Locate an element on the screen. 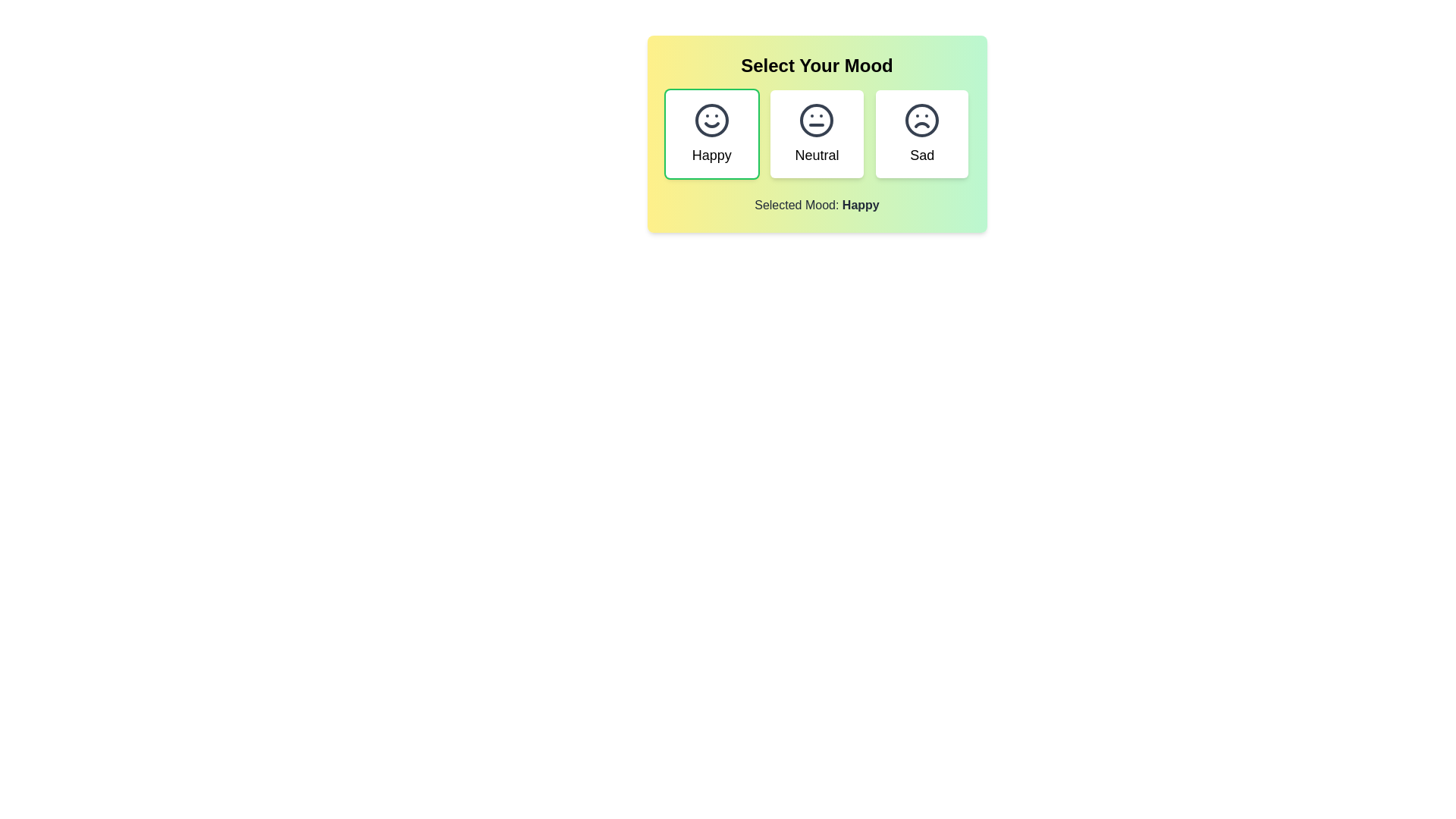 This screenshot has height=819, width=1456. the 'Sad' mood label, which is located under a frown icon on the third tile from the left in the mood selection interface is located at coordinates (921, 155).